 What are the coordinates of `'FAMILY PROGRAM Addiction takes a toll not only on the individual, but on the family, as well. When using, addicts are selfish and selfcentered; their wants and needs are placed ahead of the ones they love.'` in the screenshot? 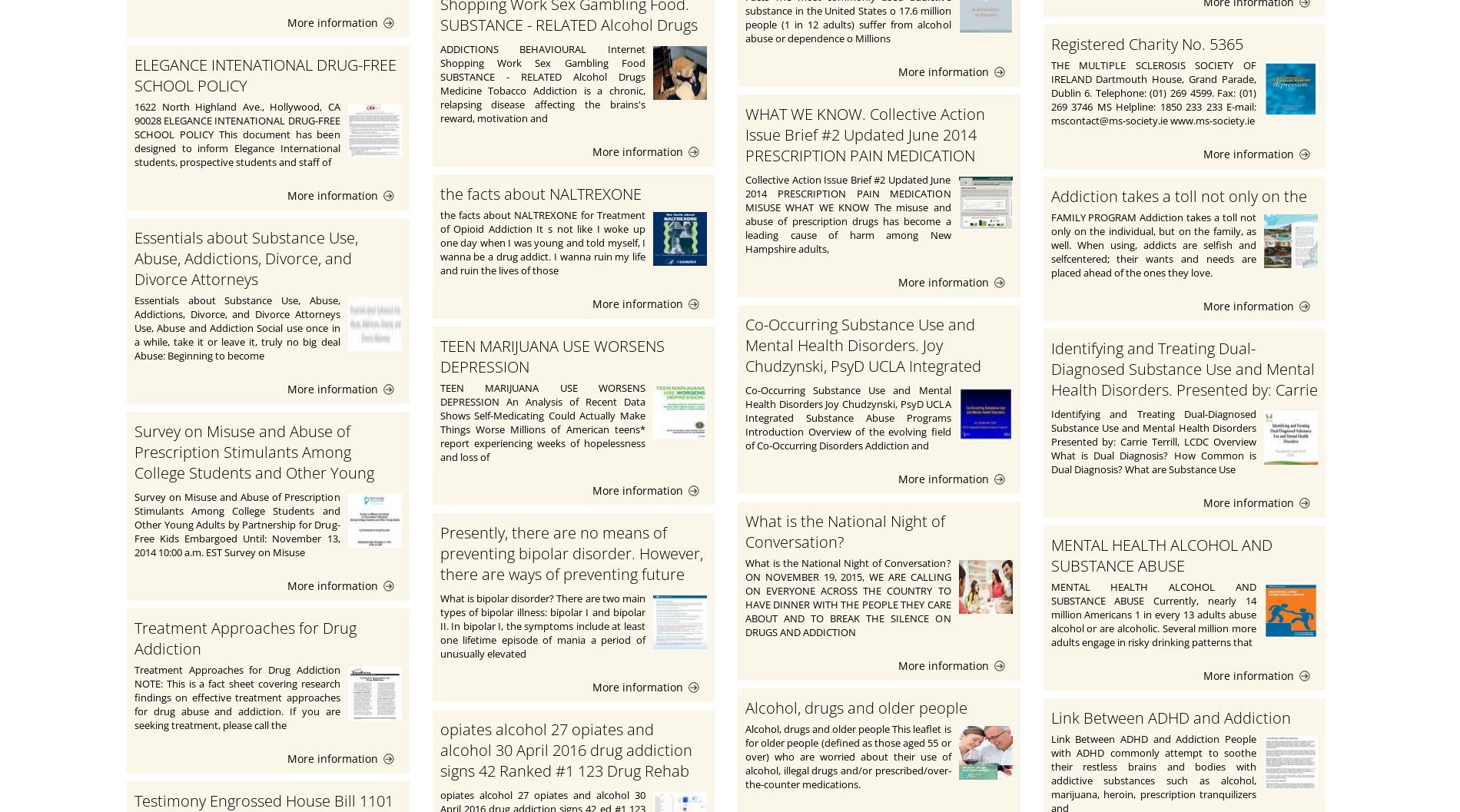 It's located at (1153, 244).